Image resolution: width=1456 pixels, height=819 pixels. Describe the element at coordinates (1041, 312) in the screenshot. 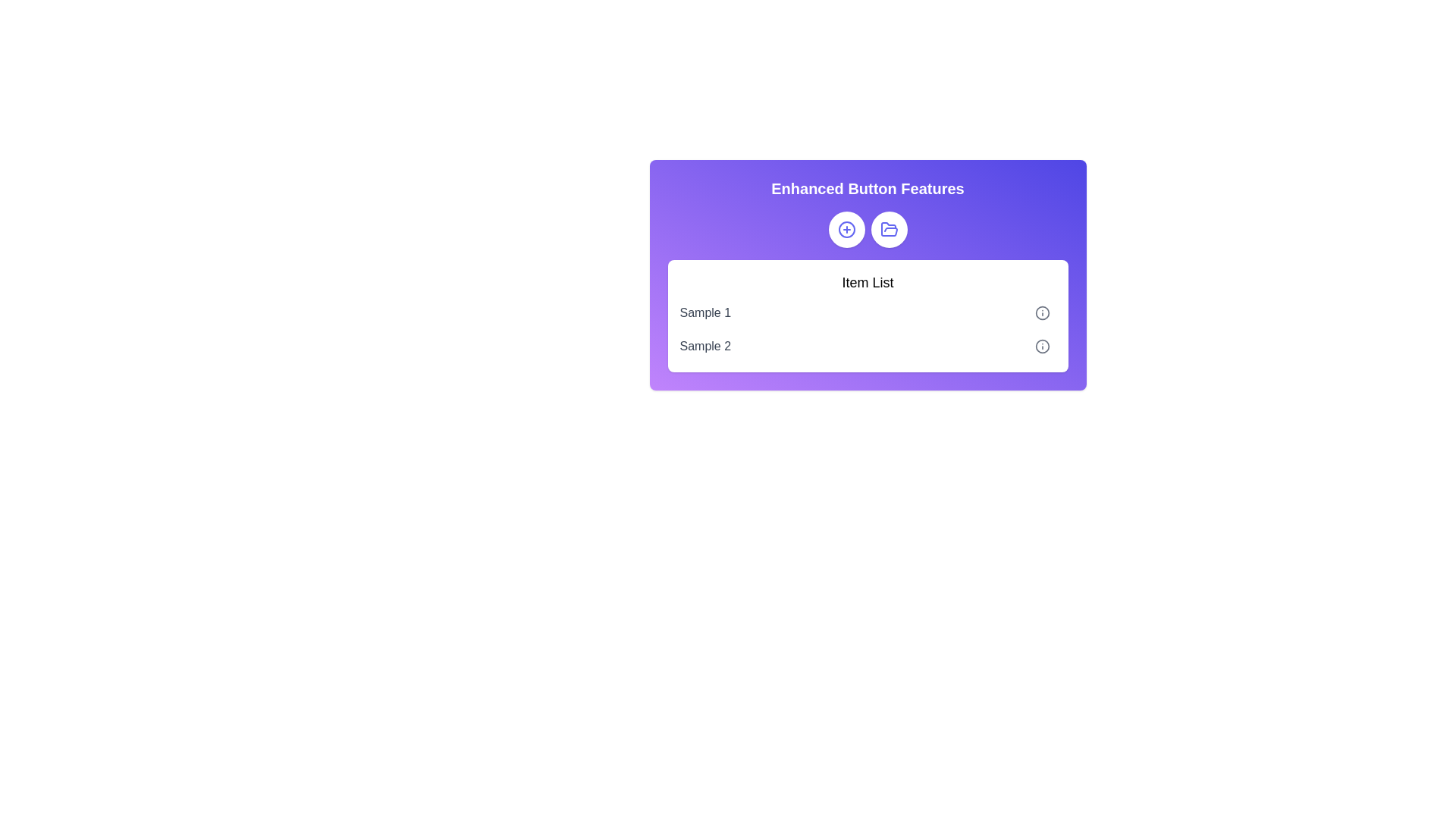

I see `the circular button with an information icon located to the right of the 'Sample 1' row` at that location.